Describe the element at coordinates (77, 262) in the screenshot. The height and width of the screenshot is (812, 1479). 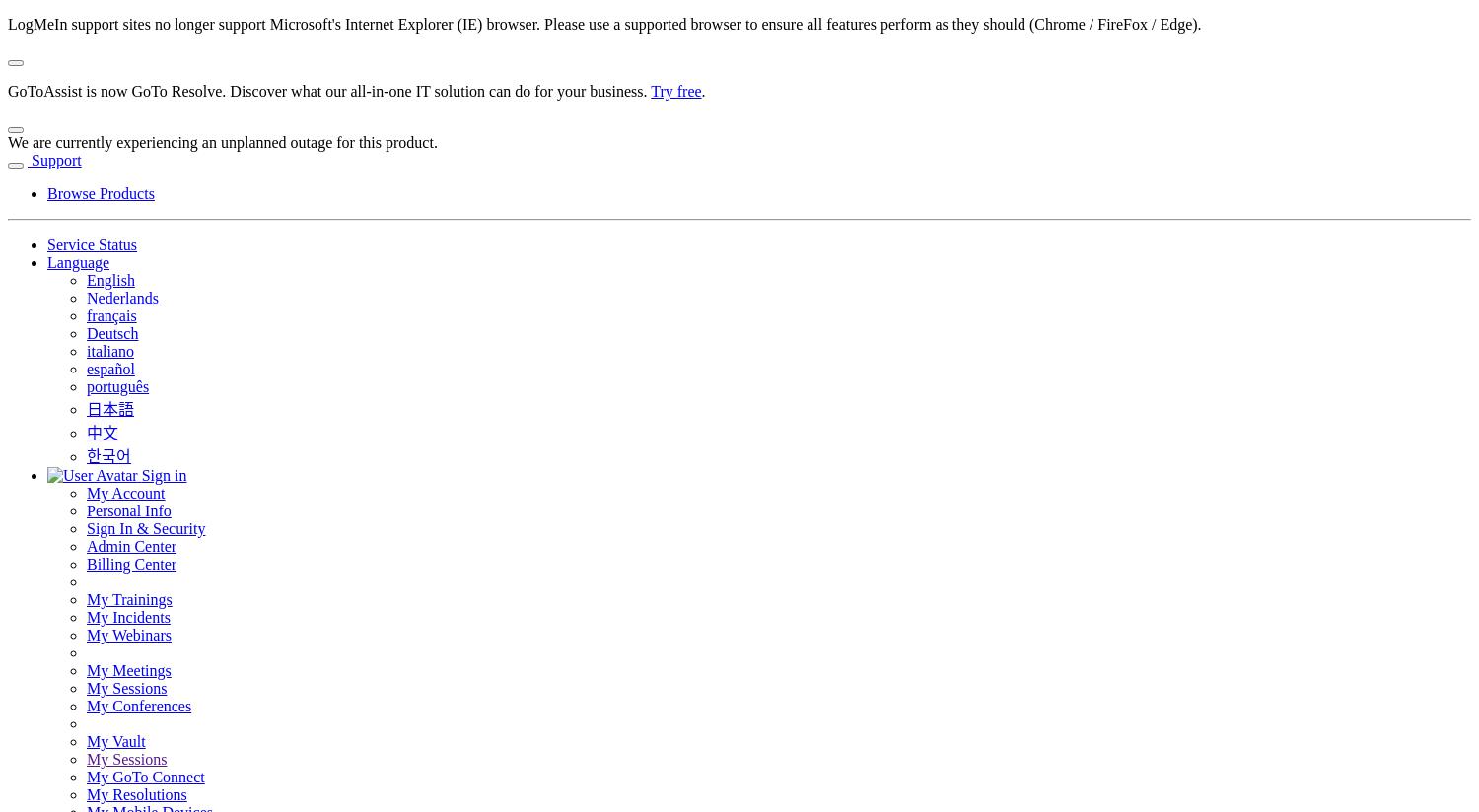
I see `'Language'` at that location.